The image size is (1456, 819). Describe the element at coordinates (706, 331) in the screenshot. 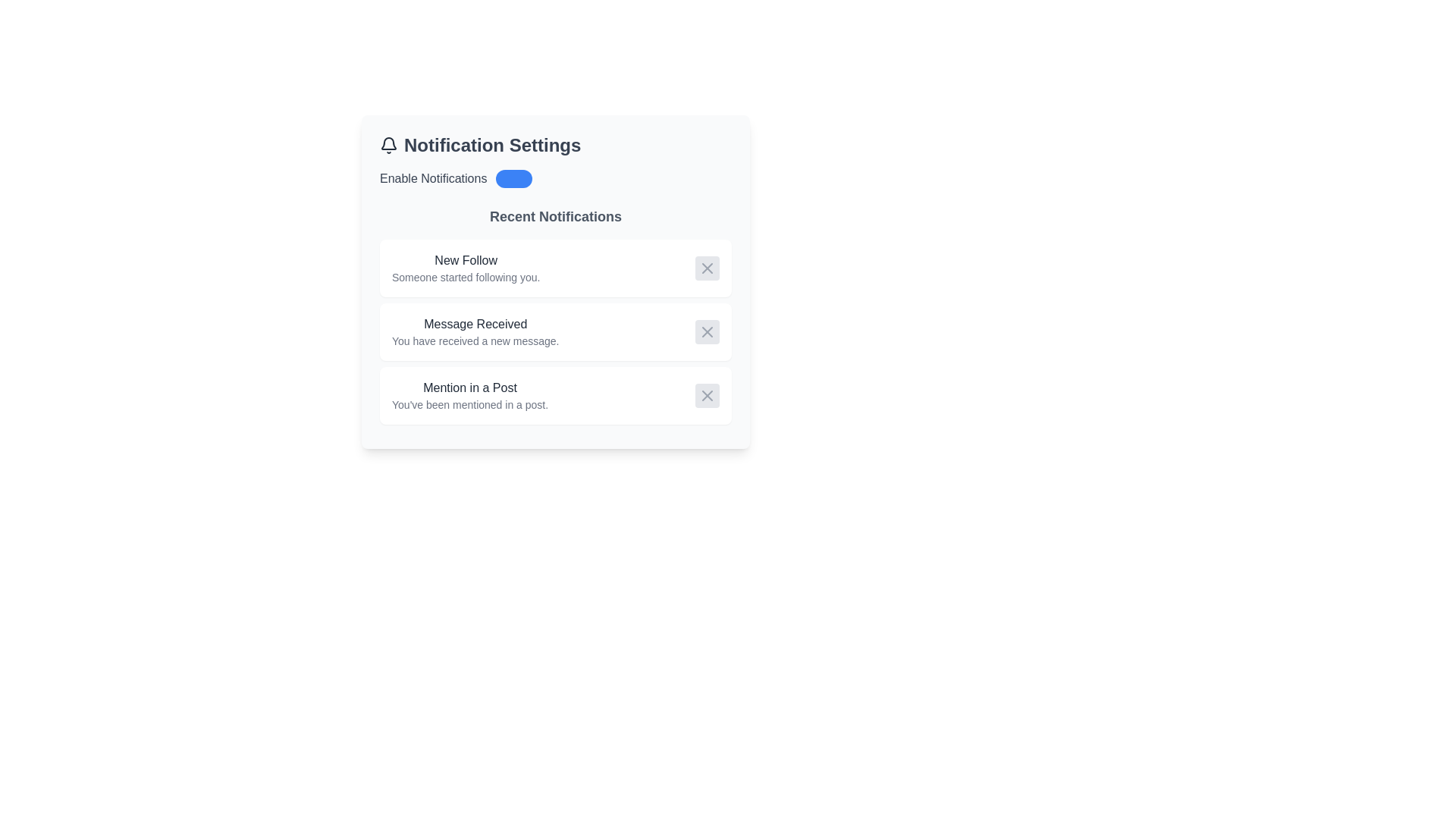

I see `the close button for the 'Message Received' notification` at that location.